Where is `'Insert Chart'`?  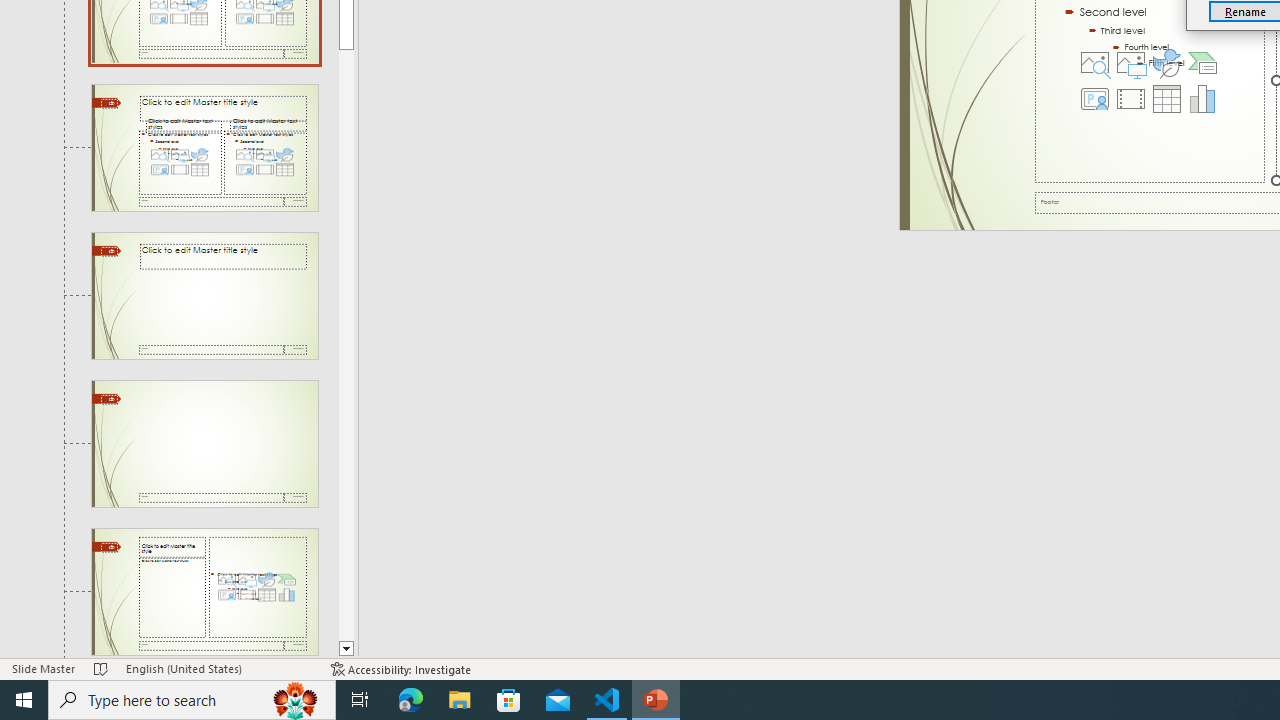 'Insert Chart' is located at coordinates (1201, 99).